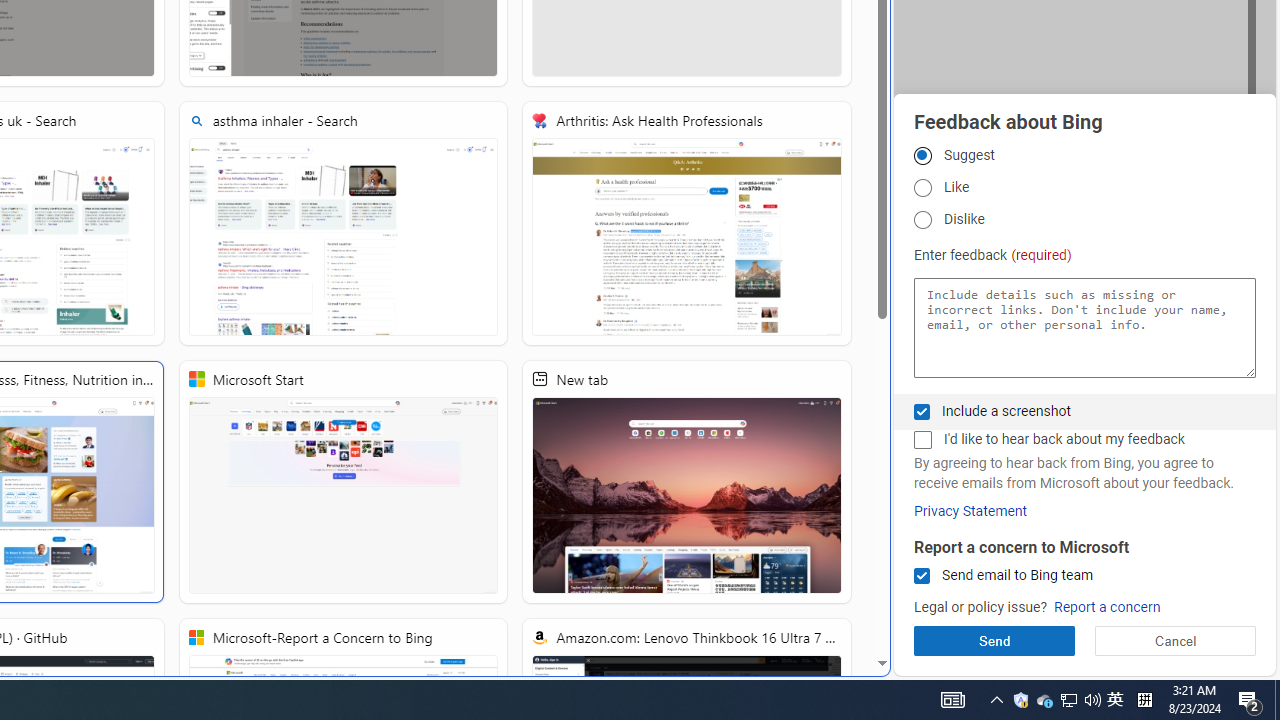 The height and width of the screenshot is (720, 1280). What do you see at coordinates (994, 640) in the screenshot?
I see `'Send'` at bounding box center [994, 640].